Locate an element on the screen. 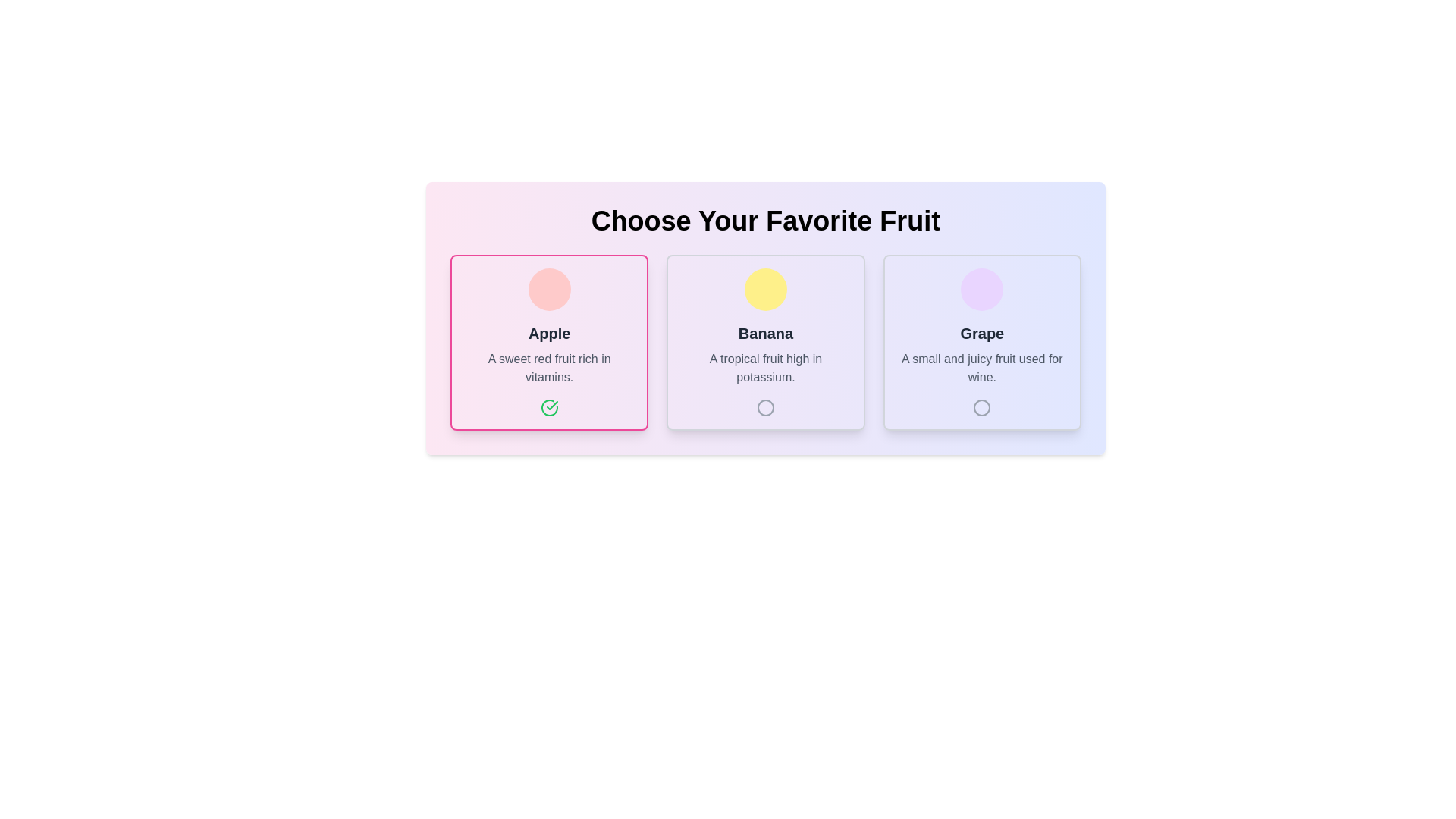 This screenshot has height=819, width=1456. the green circular checkmark icon located at the bottom center of the 'Apple' card is located at coordinates (548, 406).